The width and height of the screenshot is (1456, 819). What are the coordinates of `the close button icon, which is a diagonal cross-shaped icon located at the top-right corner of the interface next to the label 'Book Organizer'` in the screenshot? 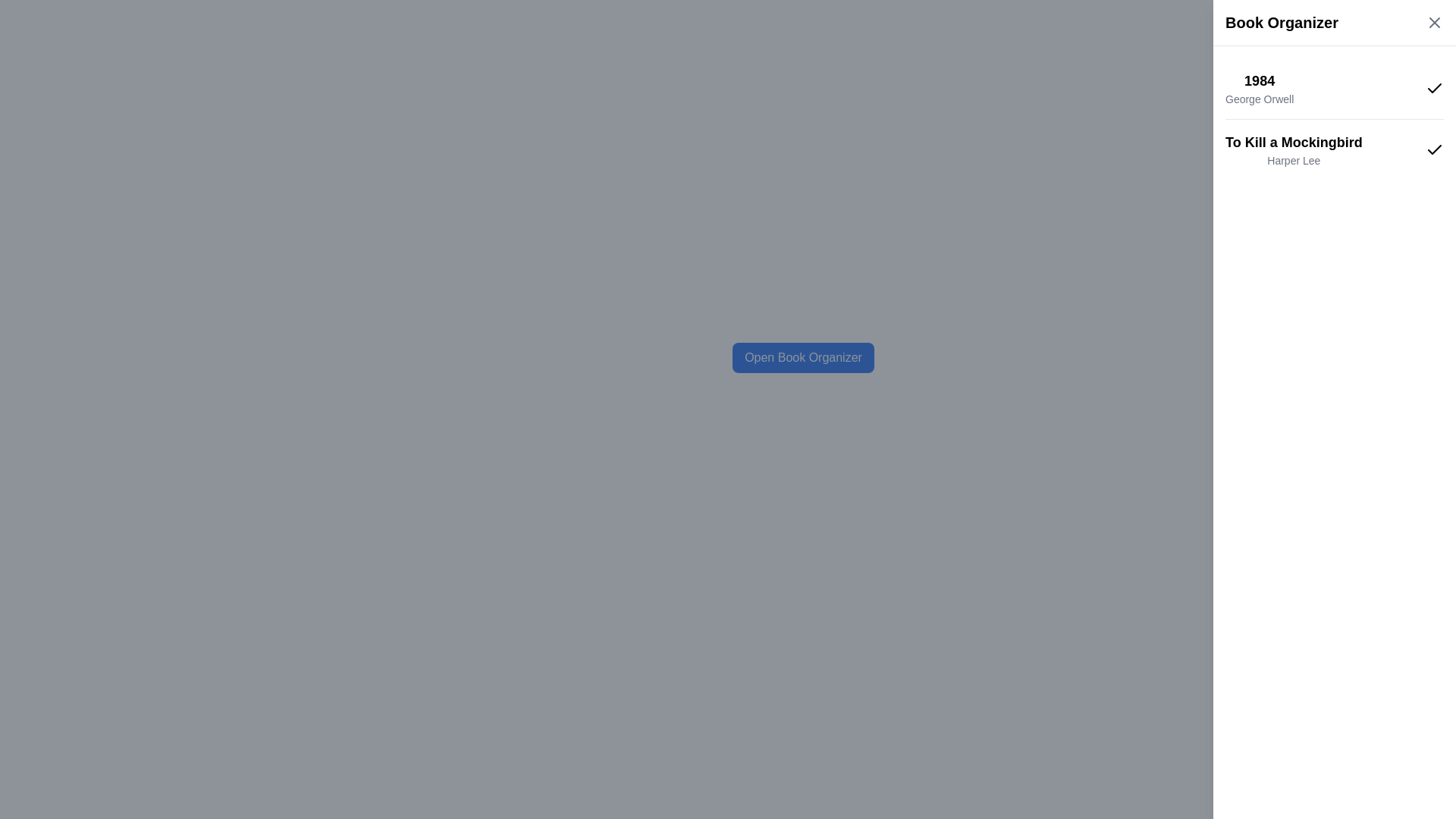 It's located at (1433, 23).